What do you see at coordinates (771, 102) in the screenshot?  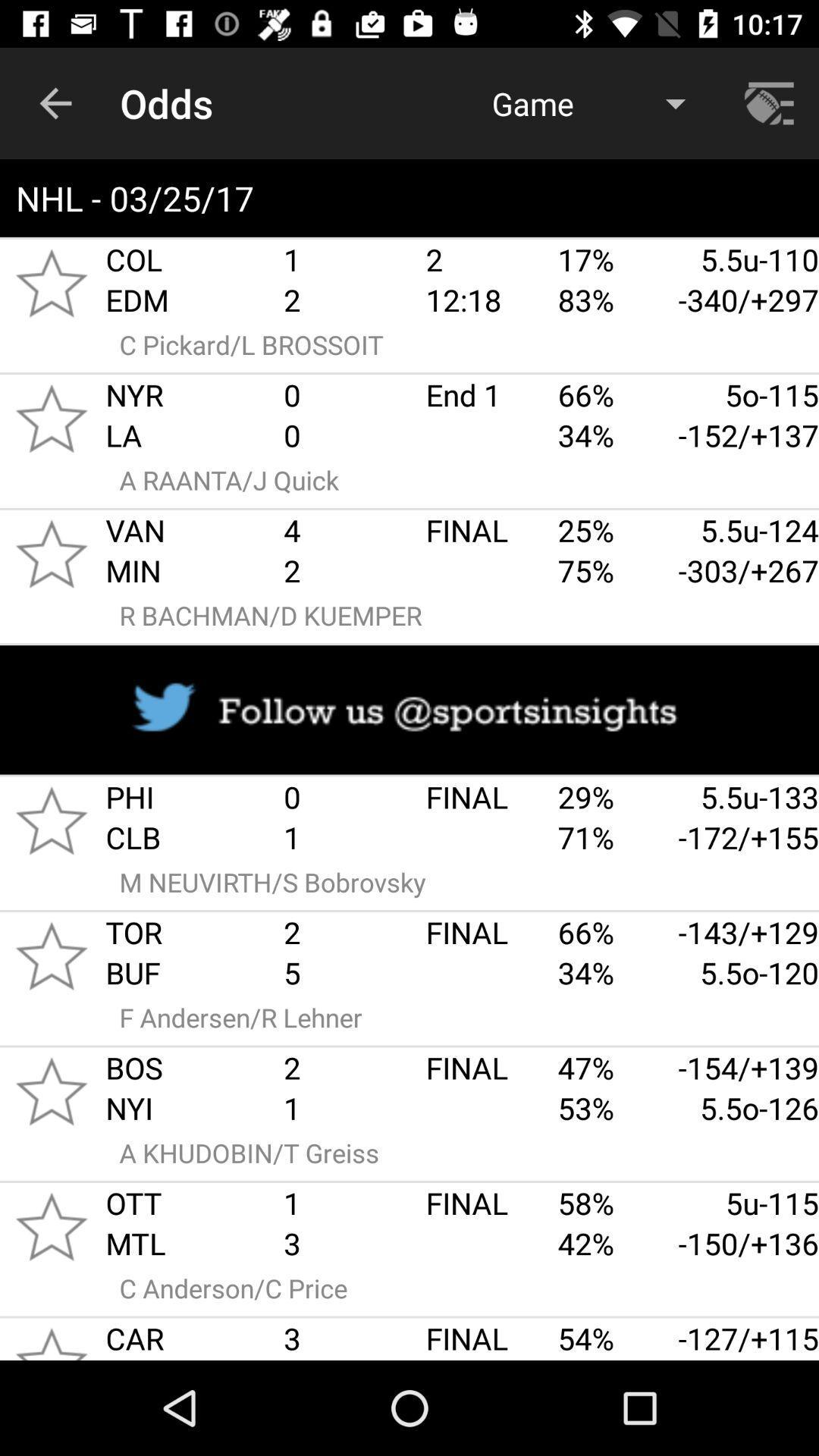 I see `setting` at bounding box center [771, 102].